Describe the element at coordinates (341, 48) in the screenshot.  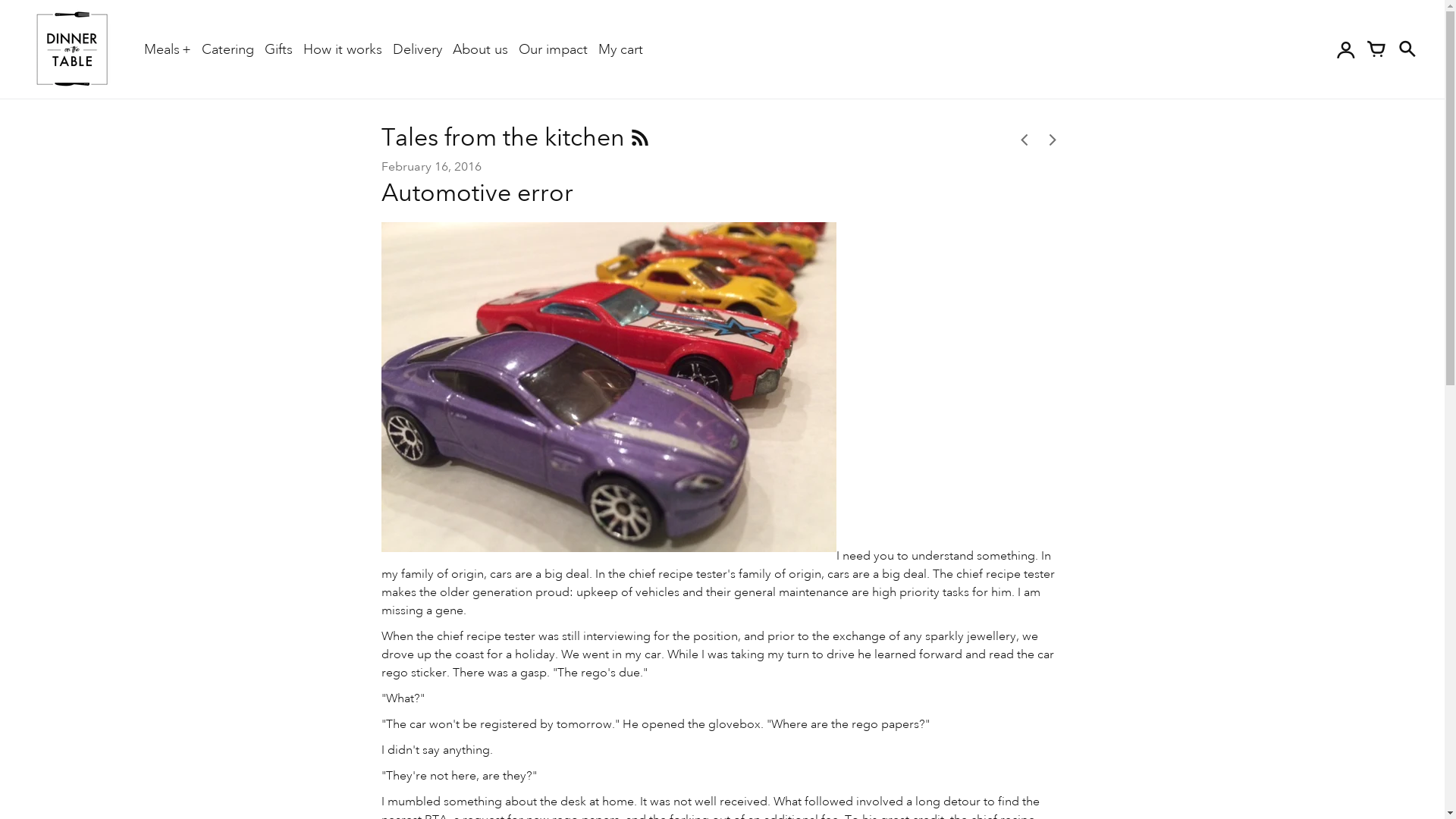
I see `'How it works'` at that location.